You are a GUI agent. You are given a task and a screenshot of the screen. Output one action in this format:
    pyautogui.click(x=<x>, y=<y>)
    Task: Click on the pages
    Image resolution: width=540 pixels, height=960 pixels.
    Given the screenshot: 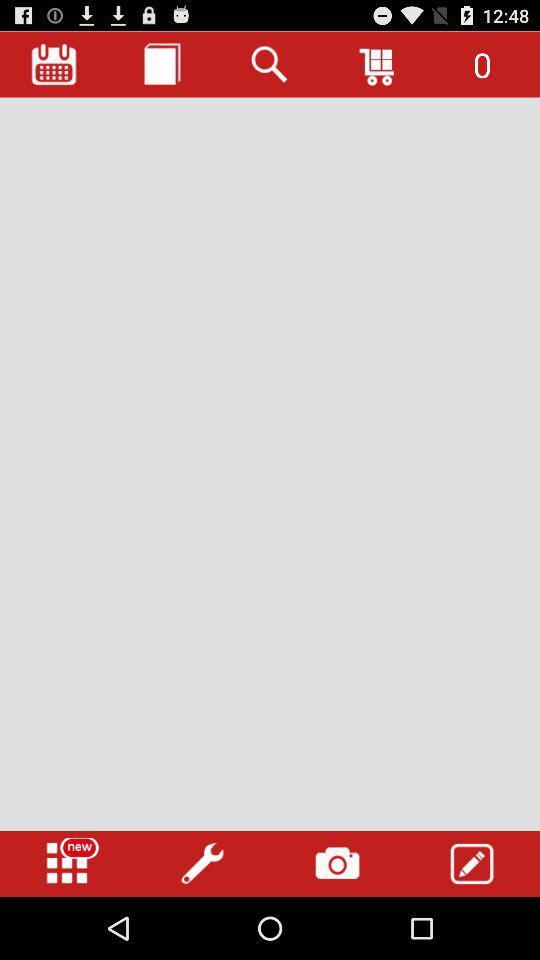 What is the action you would take?
    pyautogui.click(x=161, y=64)
    